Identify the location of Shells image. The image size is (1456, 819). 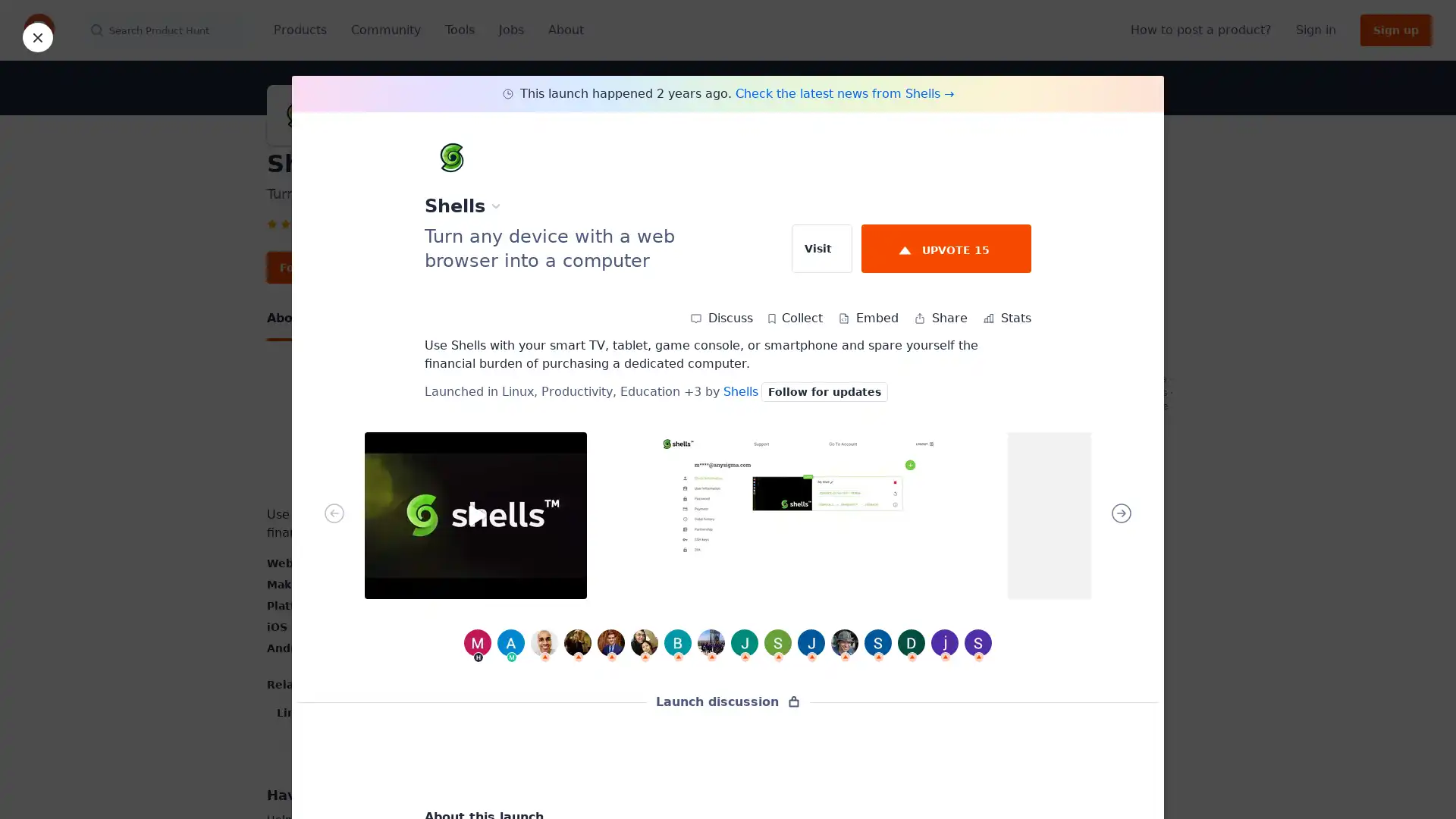
(673, 432).